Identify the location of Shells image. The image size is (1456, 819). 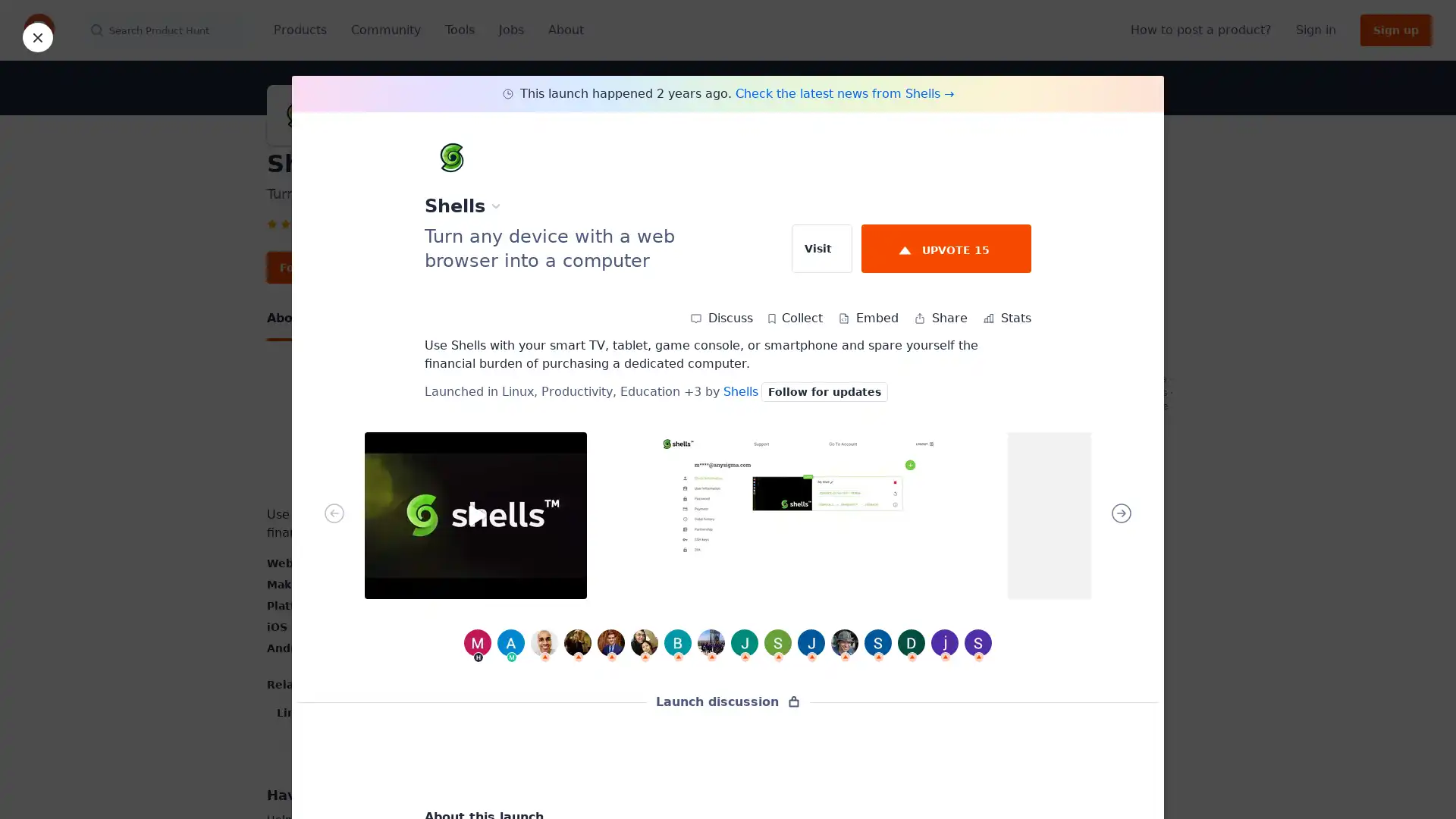
(673, 432).